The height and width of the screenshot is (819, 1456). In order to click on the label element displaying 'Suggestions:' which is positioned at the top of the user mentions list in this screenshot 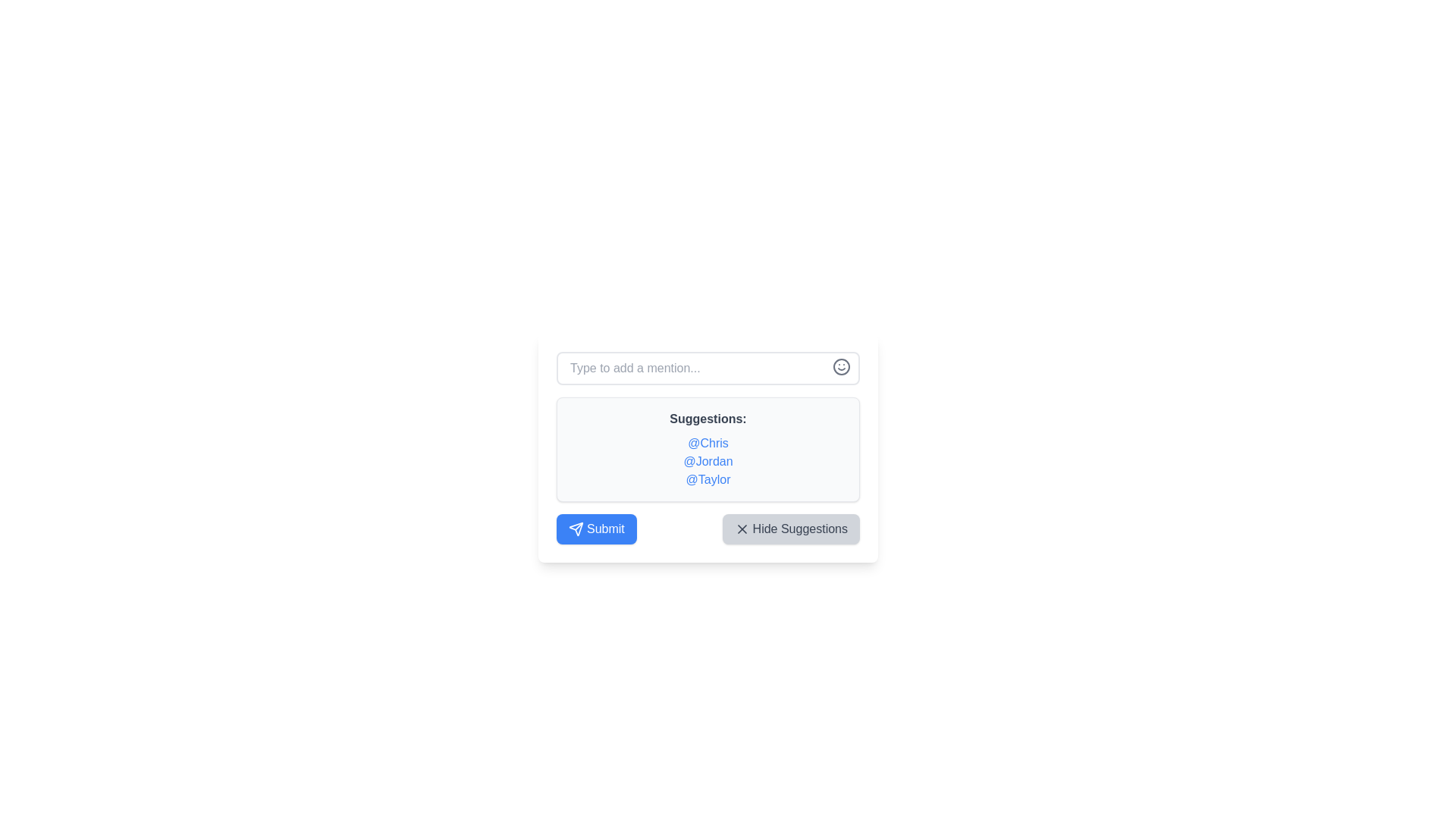, I will do `click(708, 419)`.